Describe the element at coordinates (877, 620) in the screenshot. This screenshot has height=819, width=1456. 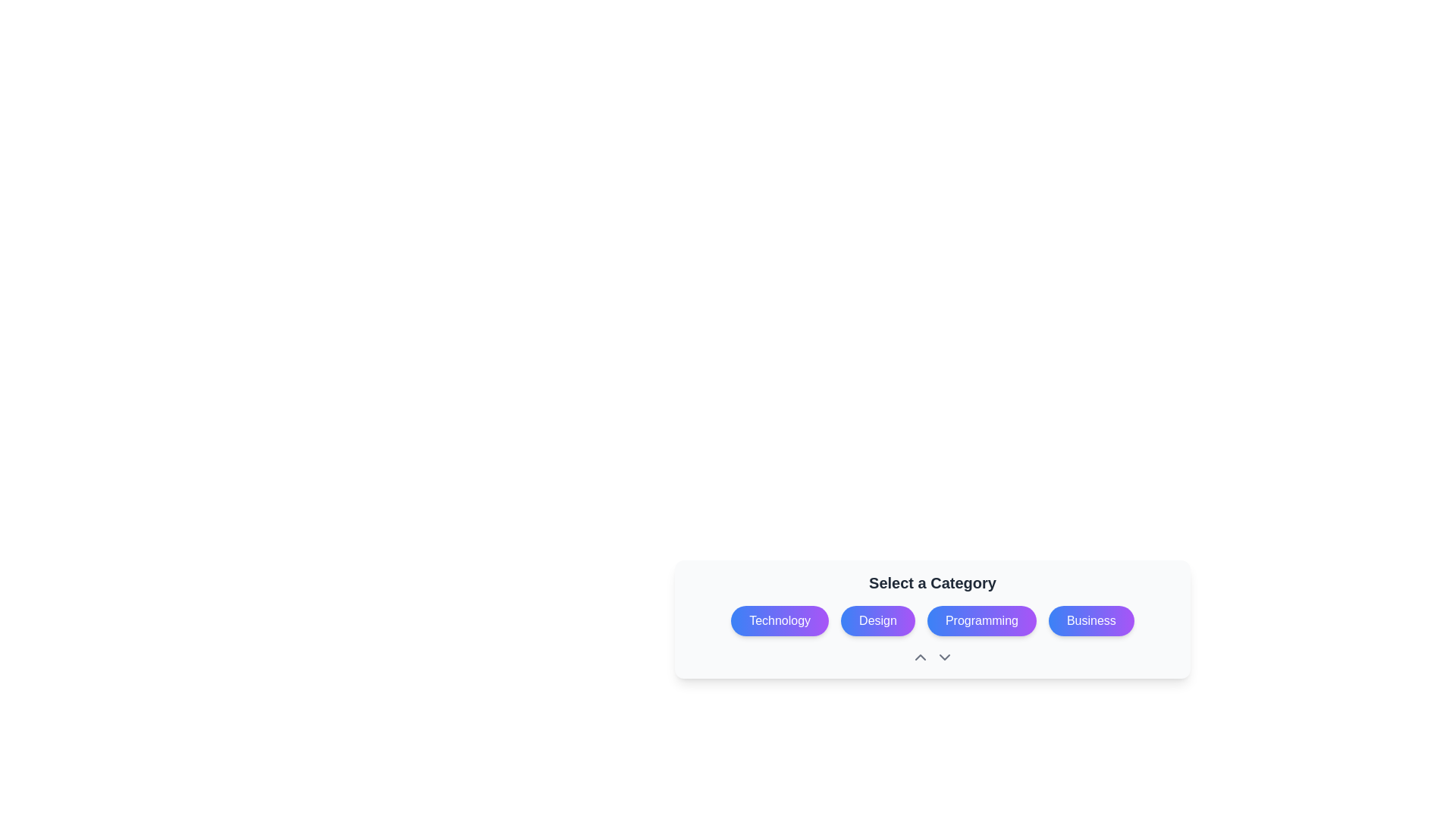
I see `the 'Design' button, which is the second button in a row of four buttons labeled 'Technology', 'Design', 'Programming', and 'Business', located below the header text 'Select a Category'` at that location.